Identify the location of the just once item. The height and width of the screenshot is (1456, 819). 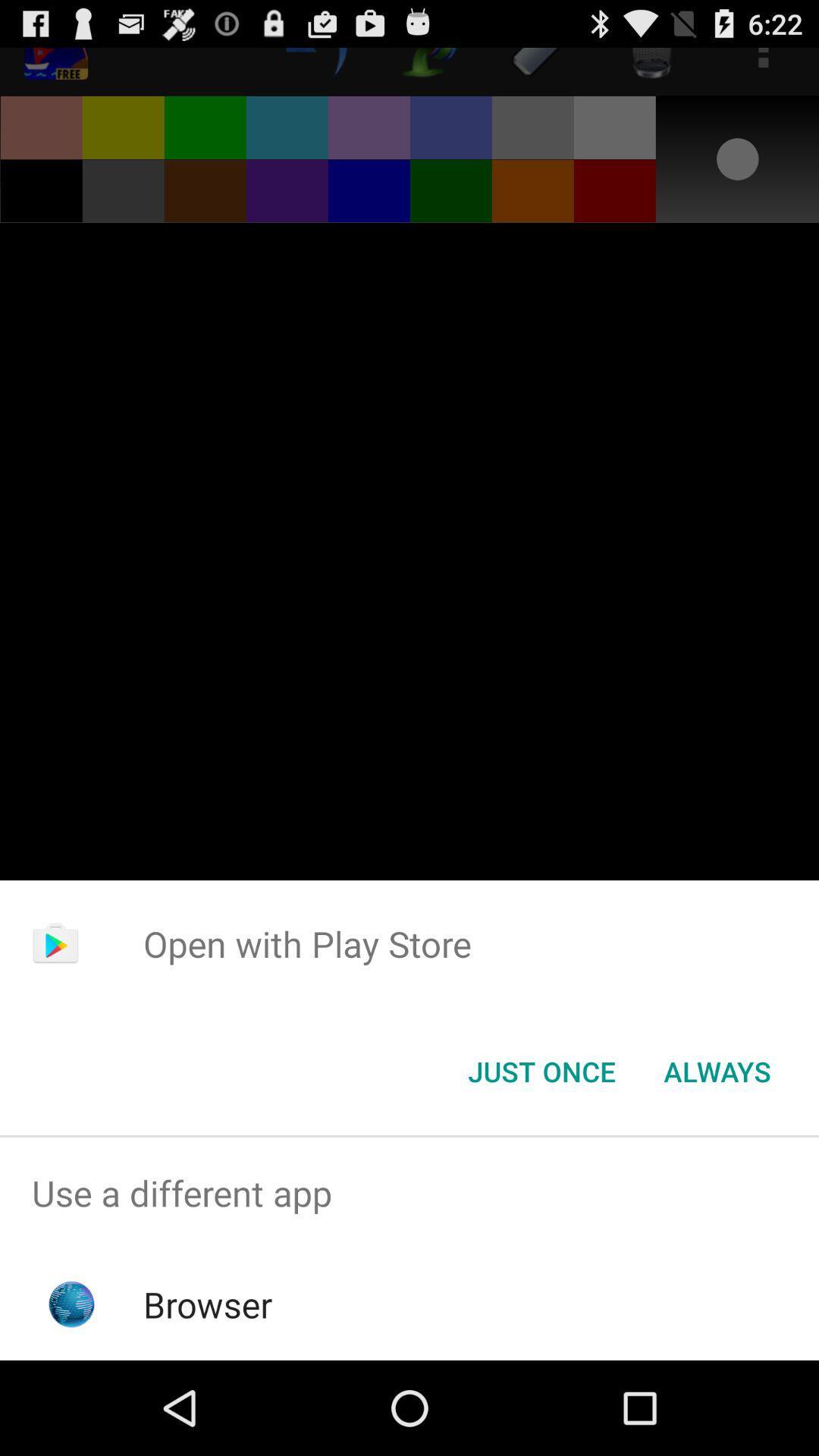
(541, 1070).